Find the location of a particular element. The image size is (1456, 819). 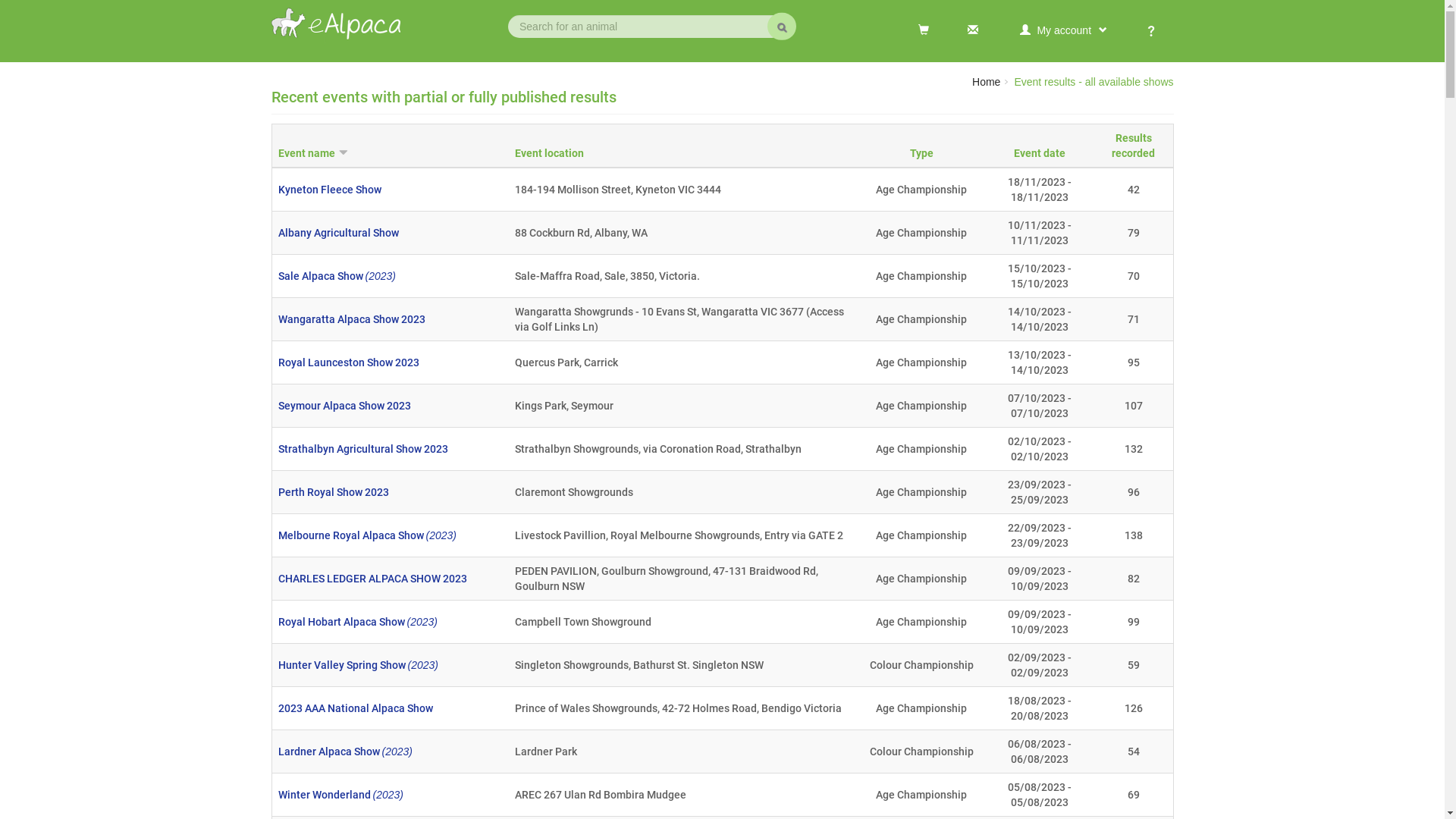

'Seymour Alpaca Show 2023' is located at coordinates (343, 405).